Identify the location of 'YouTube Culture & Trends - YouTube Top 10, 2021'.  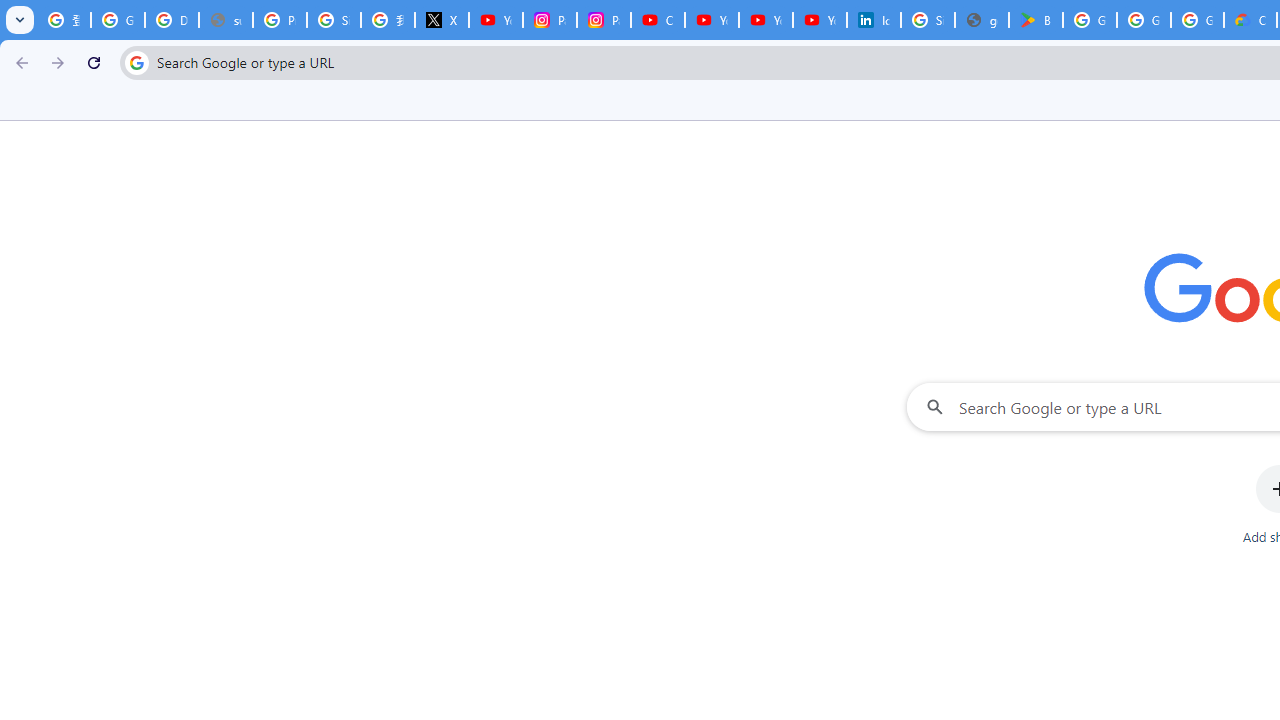
(765, 20).